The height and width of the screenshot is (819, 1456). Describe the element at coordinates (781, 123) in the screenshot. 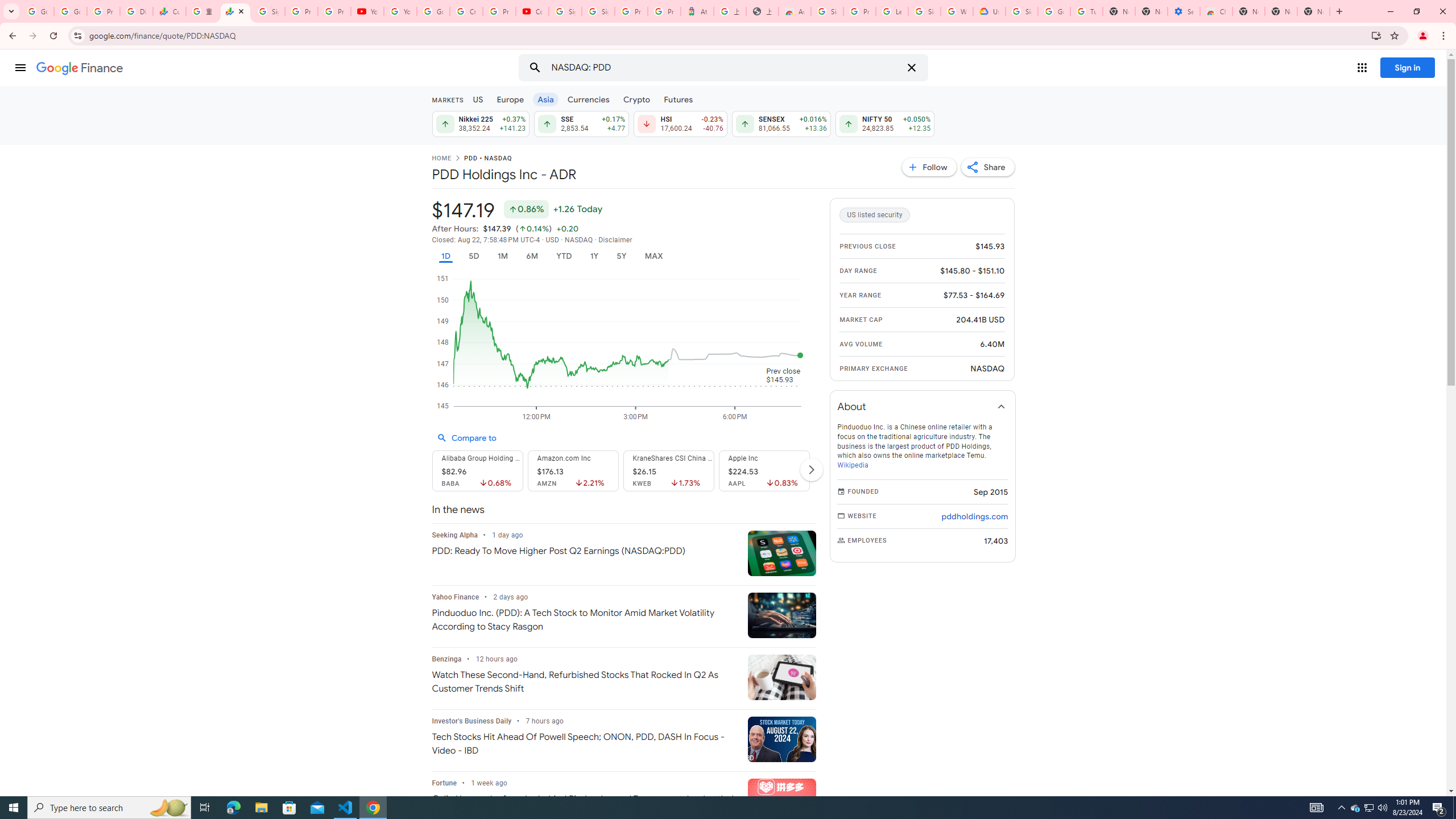

I see `'SENSEX 81,066.55 Down by 0.020% +13.36'` at that location.